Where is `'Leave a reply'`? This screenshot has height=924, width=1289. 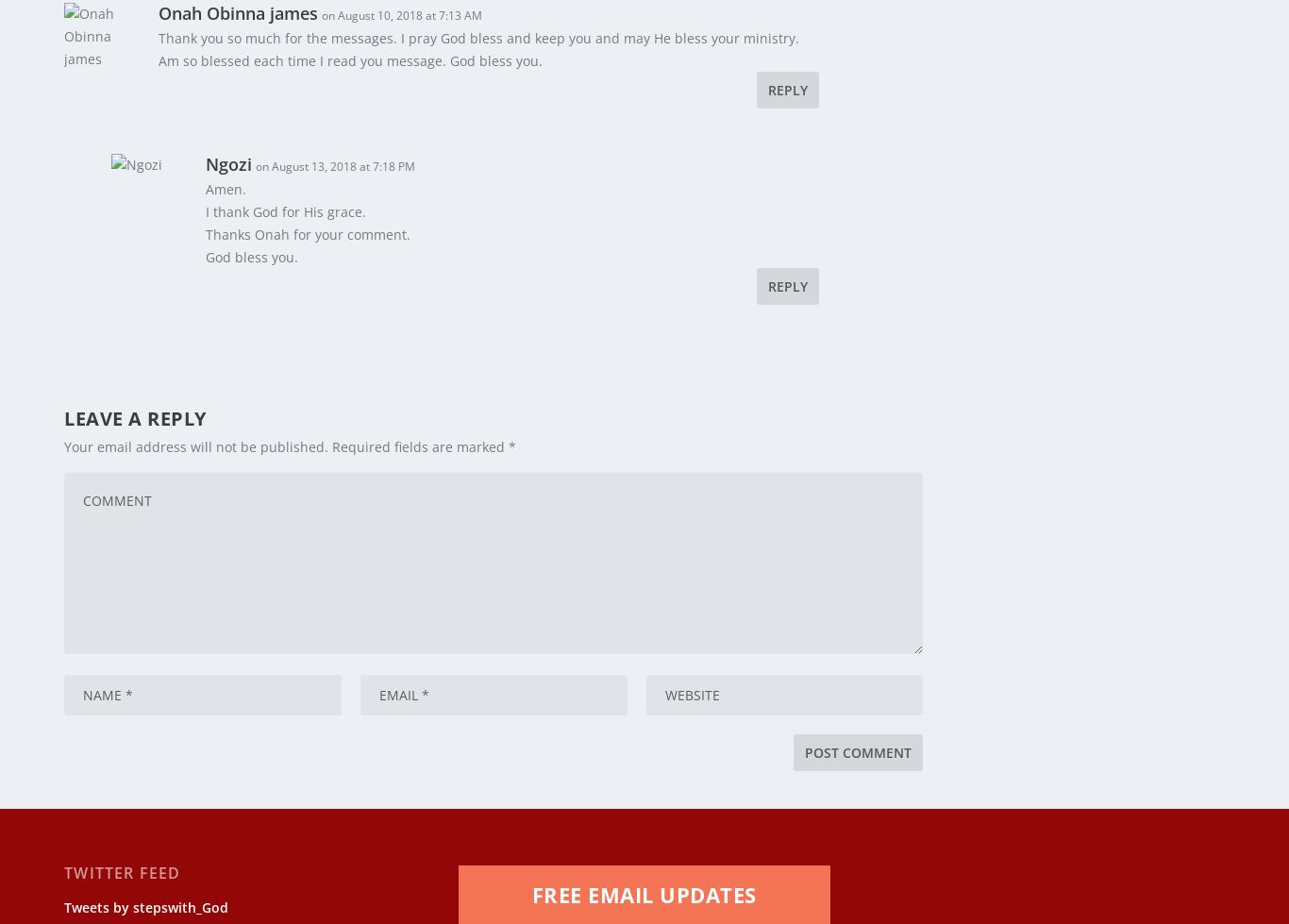 'Leave a reply' is located at coordinates (134, 406).